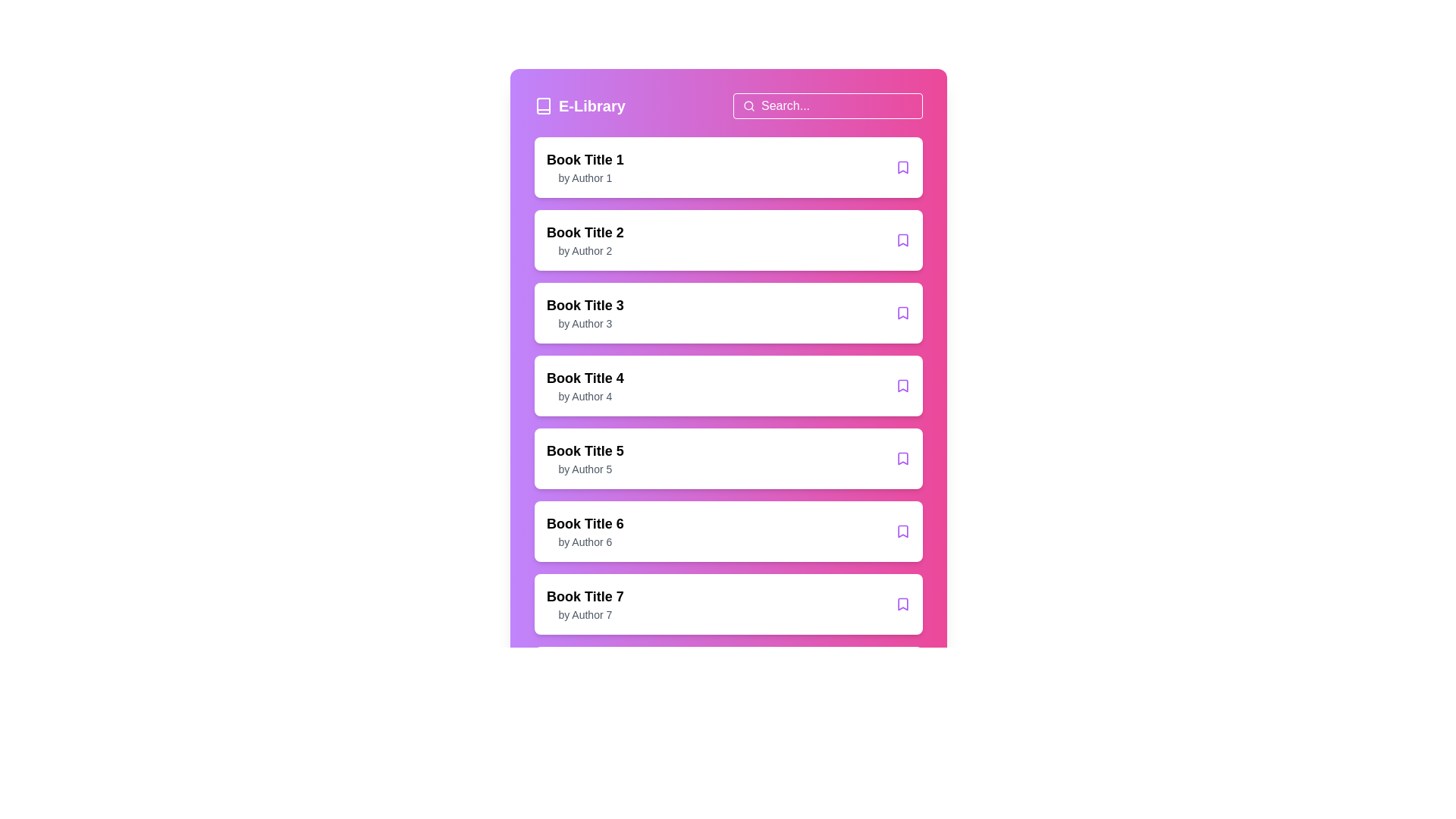 The image size is (1456, 819). What do you see at coordinates (902, 604) in the screenshot?
I see `the purple bookmark icon representing the bookmark action for 'Book Title 7 by Author 7'` at bounding box center [902, 604].